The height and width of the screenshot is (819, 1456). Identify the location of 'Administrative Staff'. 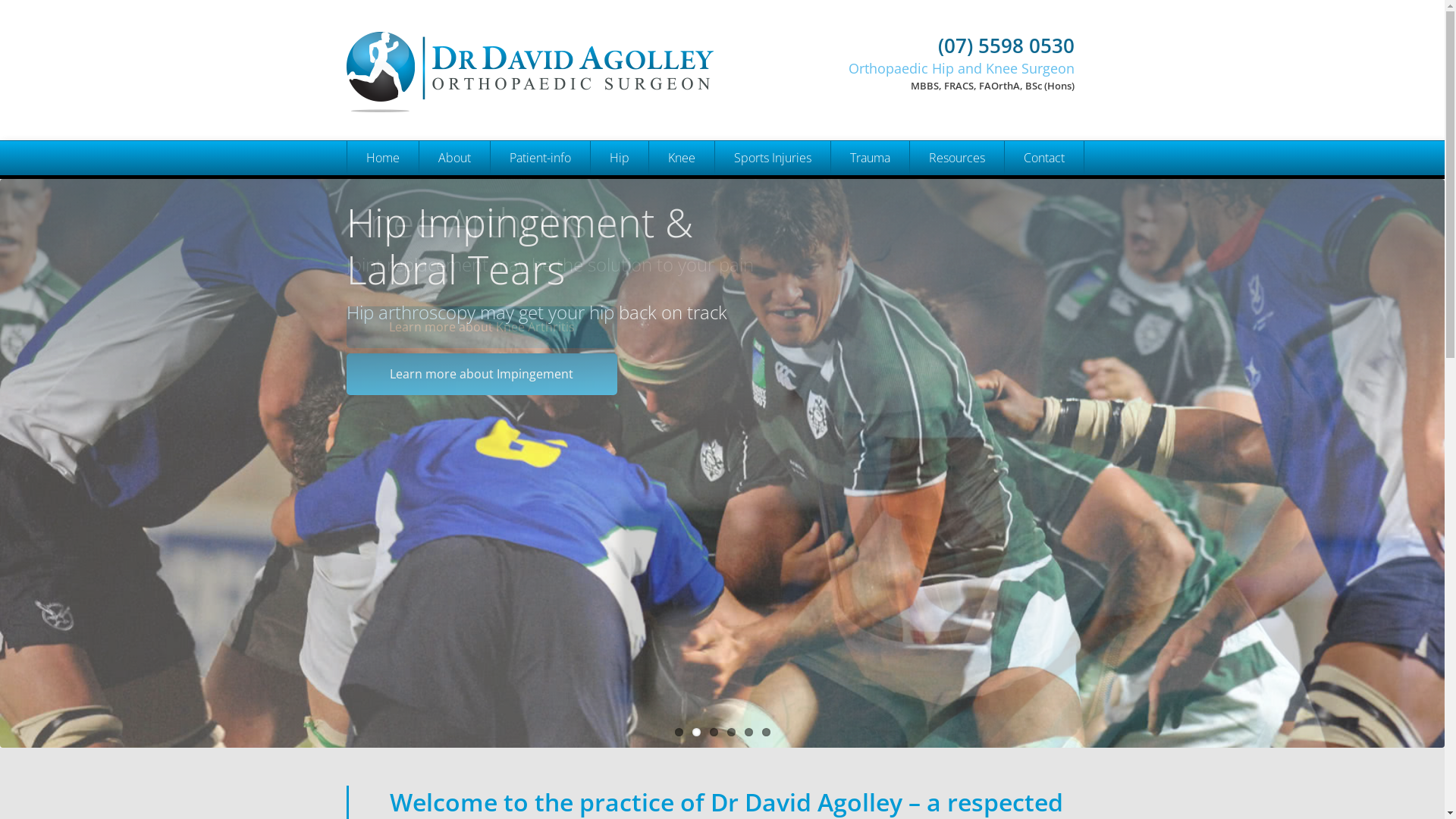
(453, 328).